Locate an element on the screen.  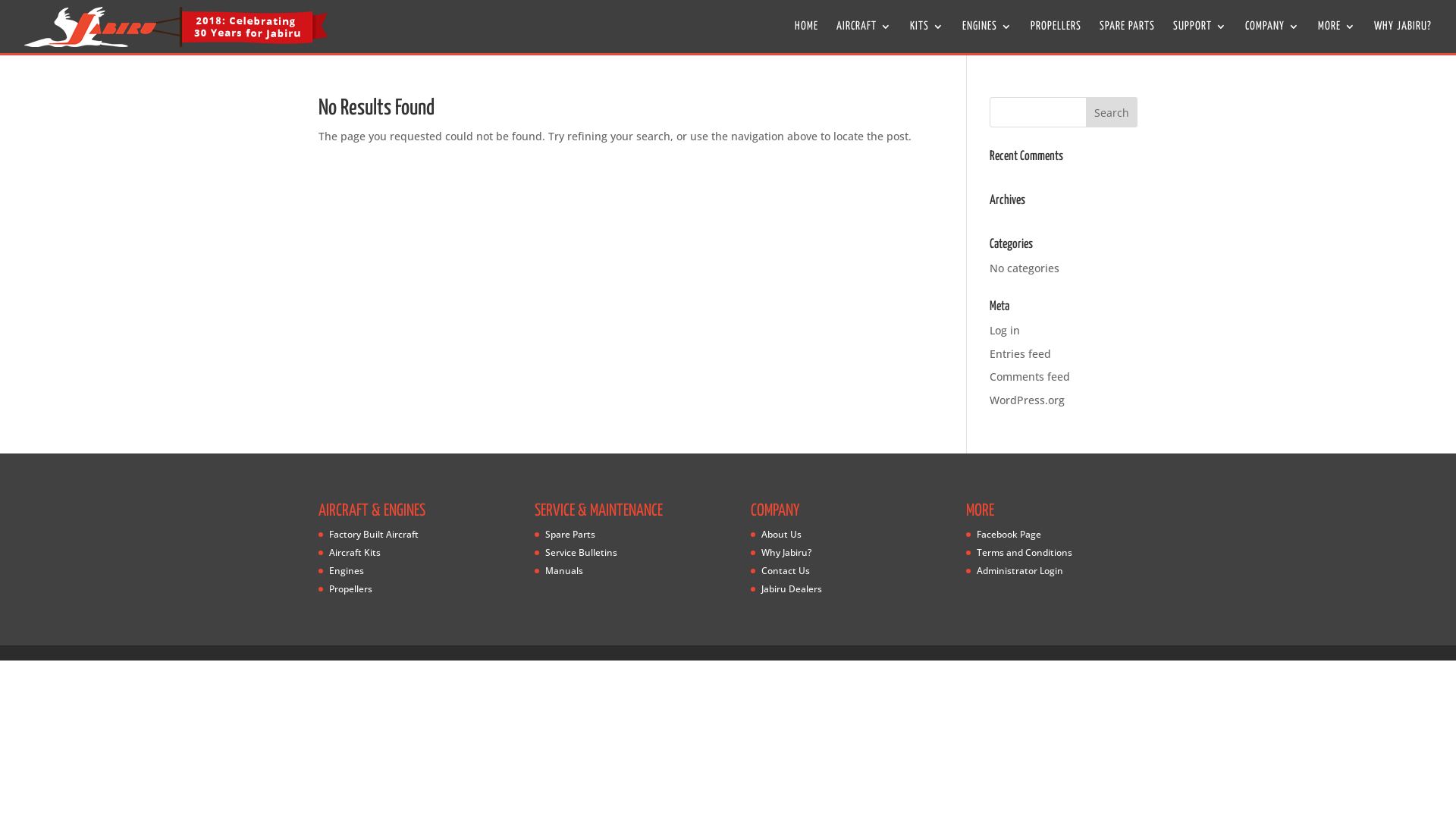
'COMPANY' is located at coordinates (1272, 36).